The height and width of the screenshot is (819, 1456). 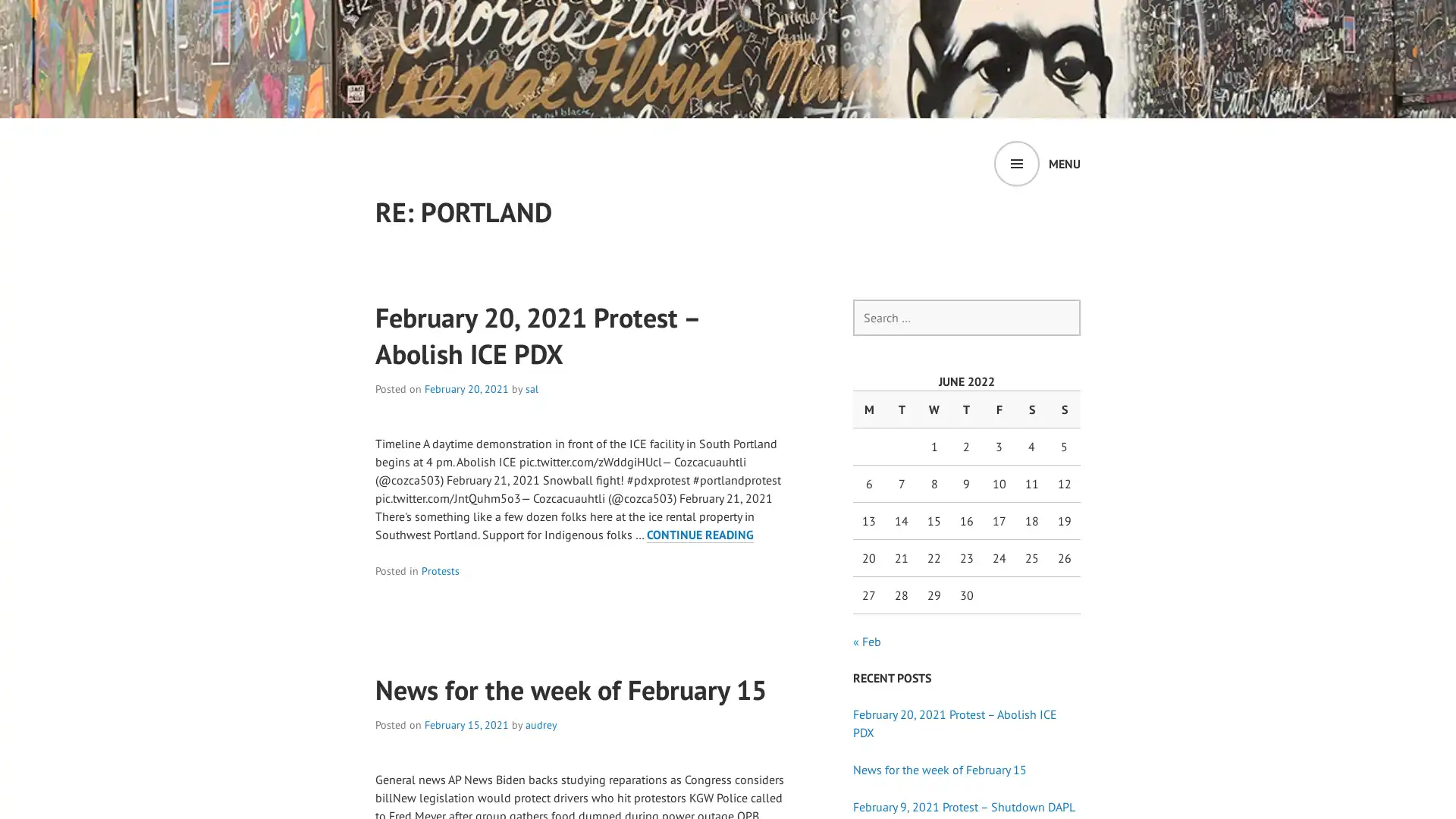 What do you see at coordinates (1037, 164) in the screenshot?
I see `MENU` at bounding box center [1037, 164].